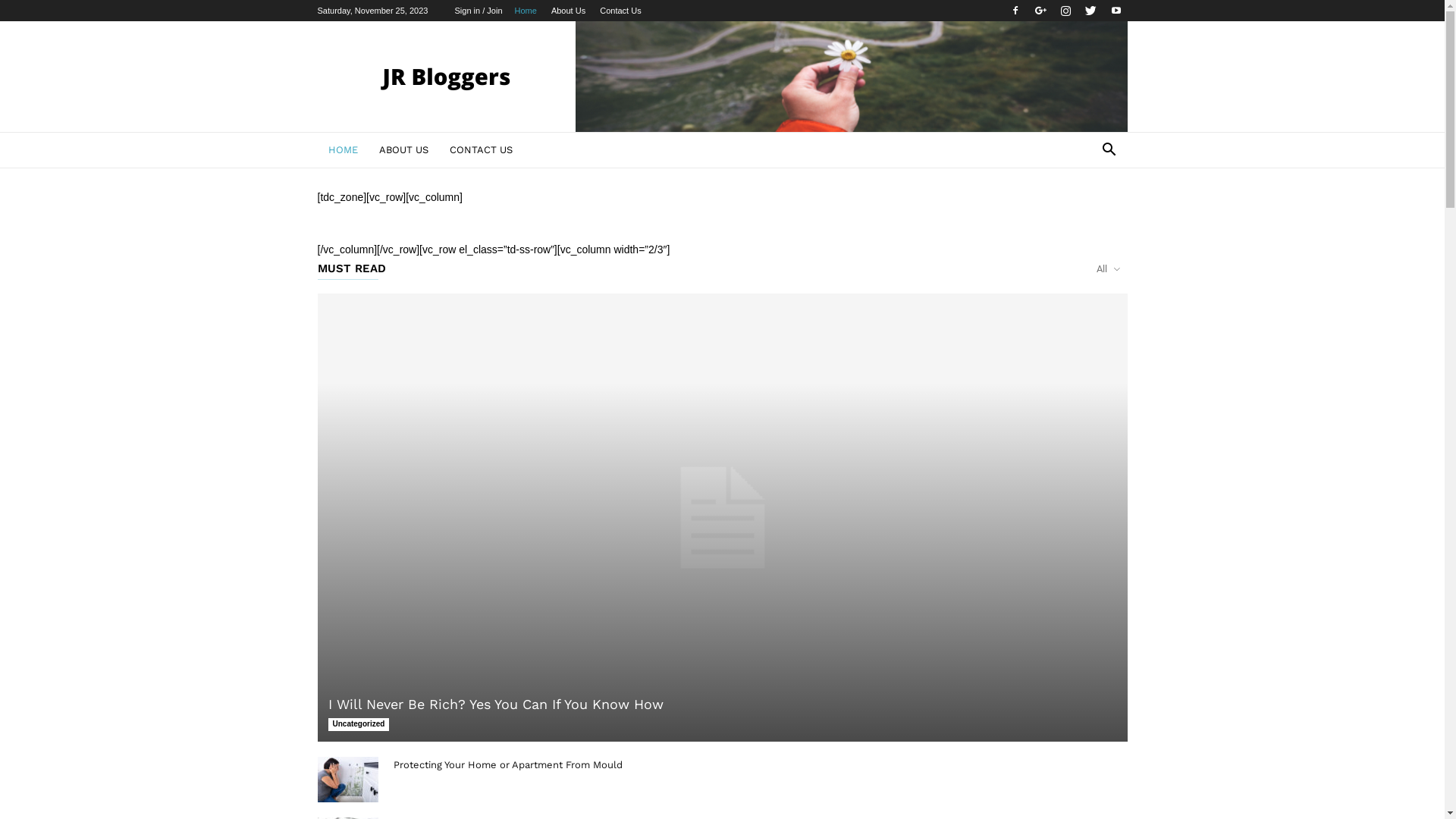 Image resolution: width=1456 pixels, height=819 pixels. I want to click on 'Home', so click(525, 11).